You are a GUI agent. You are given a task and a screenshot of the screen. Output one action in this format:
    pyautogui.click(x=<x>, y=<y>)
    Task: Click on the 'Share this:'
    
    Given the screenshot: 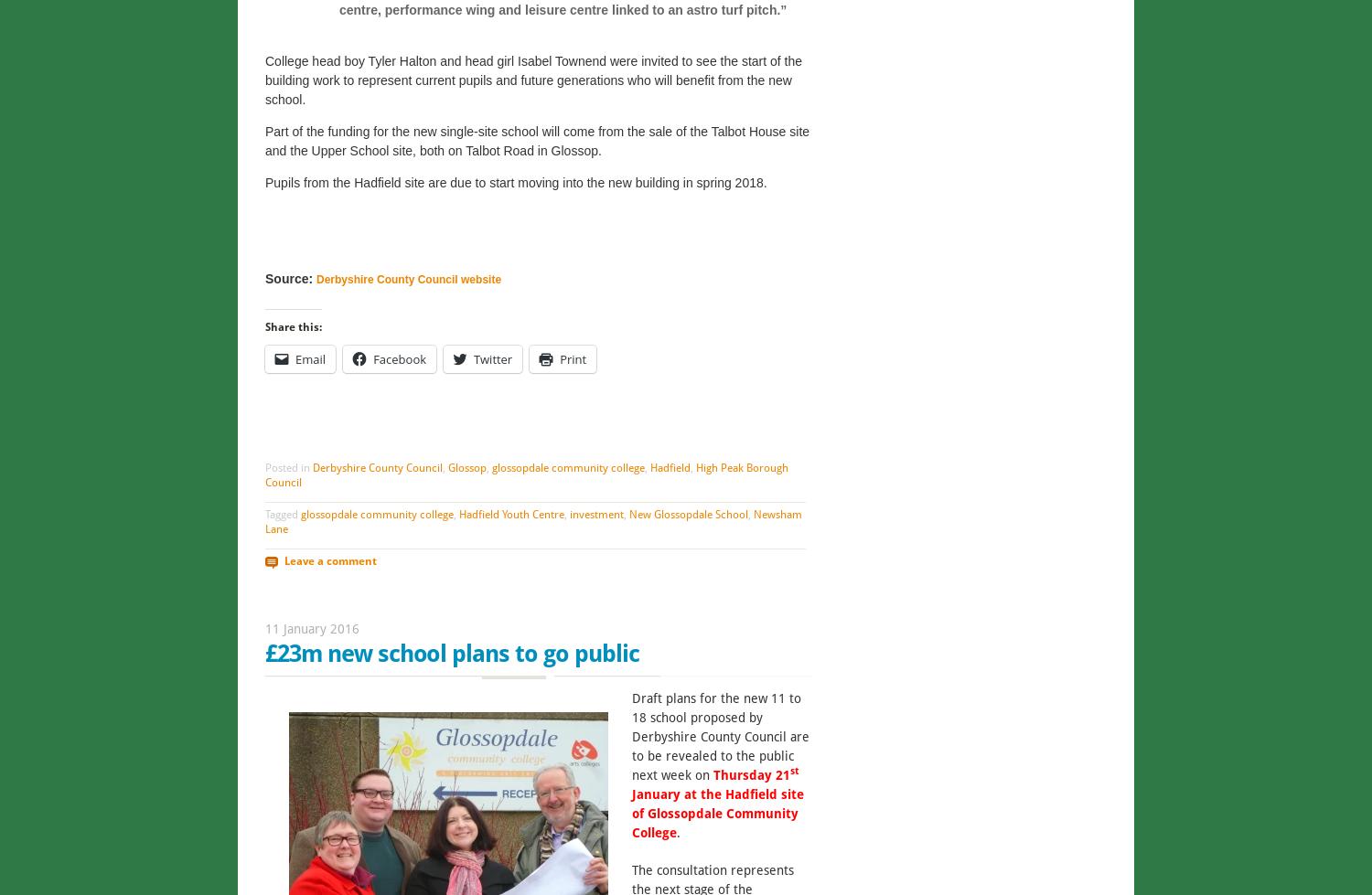 What is the action you would take?
    pyautogui.click(x=264, y=327)
    